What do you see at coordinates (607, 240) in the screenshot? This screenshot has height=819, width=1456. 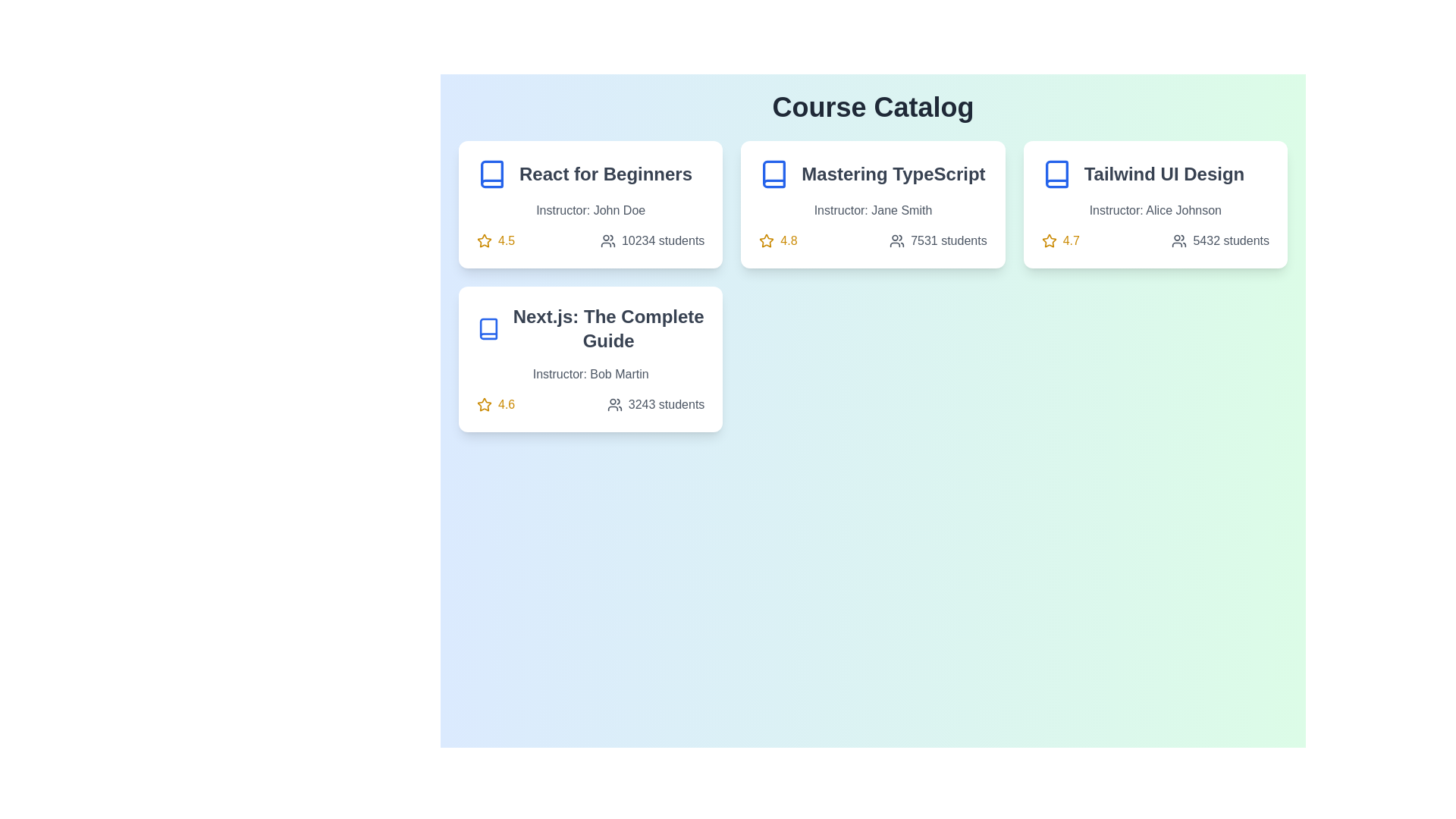 I see `the icon representing two abstracted figures, which indicates a group of people, located at the bottom left corner of the 'React for Beginners' course card` at bounding box center [607, 240].